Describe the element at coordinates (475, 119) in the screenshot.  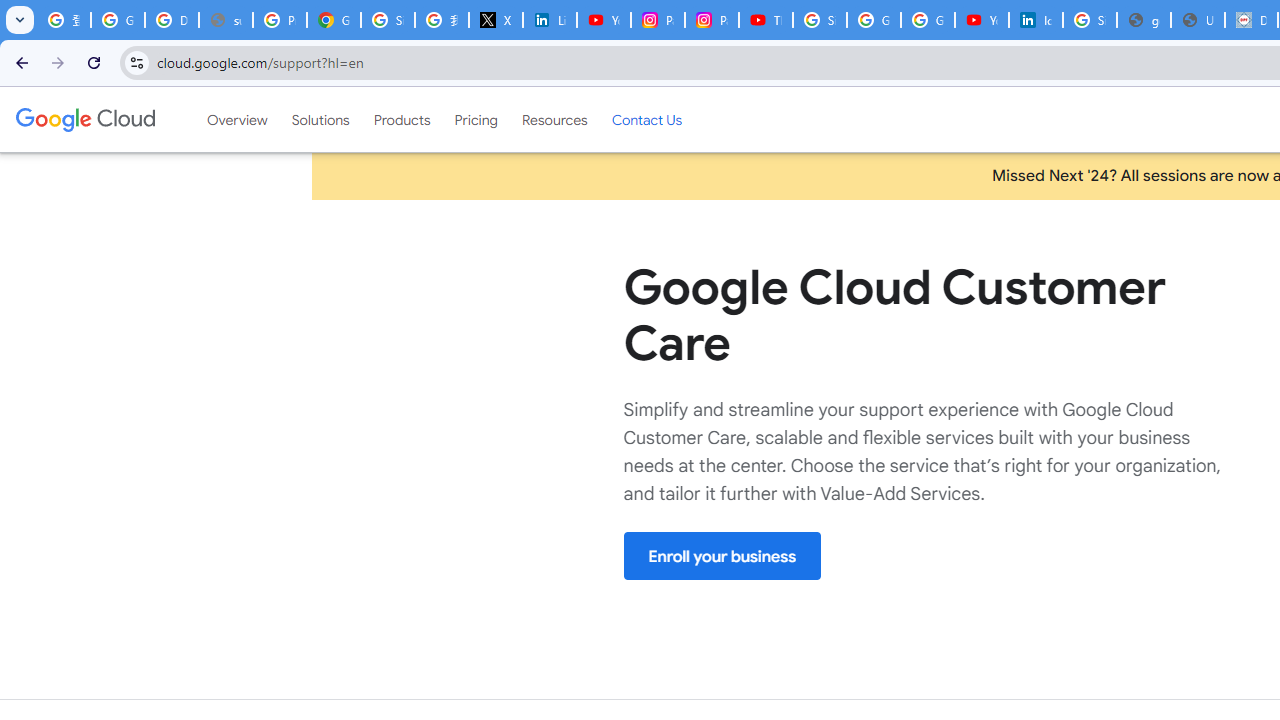
I see `'Pricing'` at that location.